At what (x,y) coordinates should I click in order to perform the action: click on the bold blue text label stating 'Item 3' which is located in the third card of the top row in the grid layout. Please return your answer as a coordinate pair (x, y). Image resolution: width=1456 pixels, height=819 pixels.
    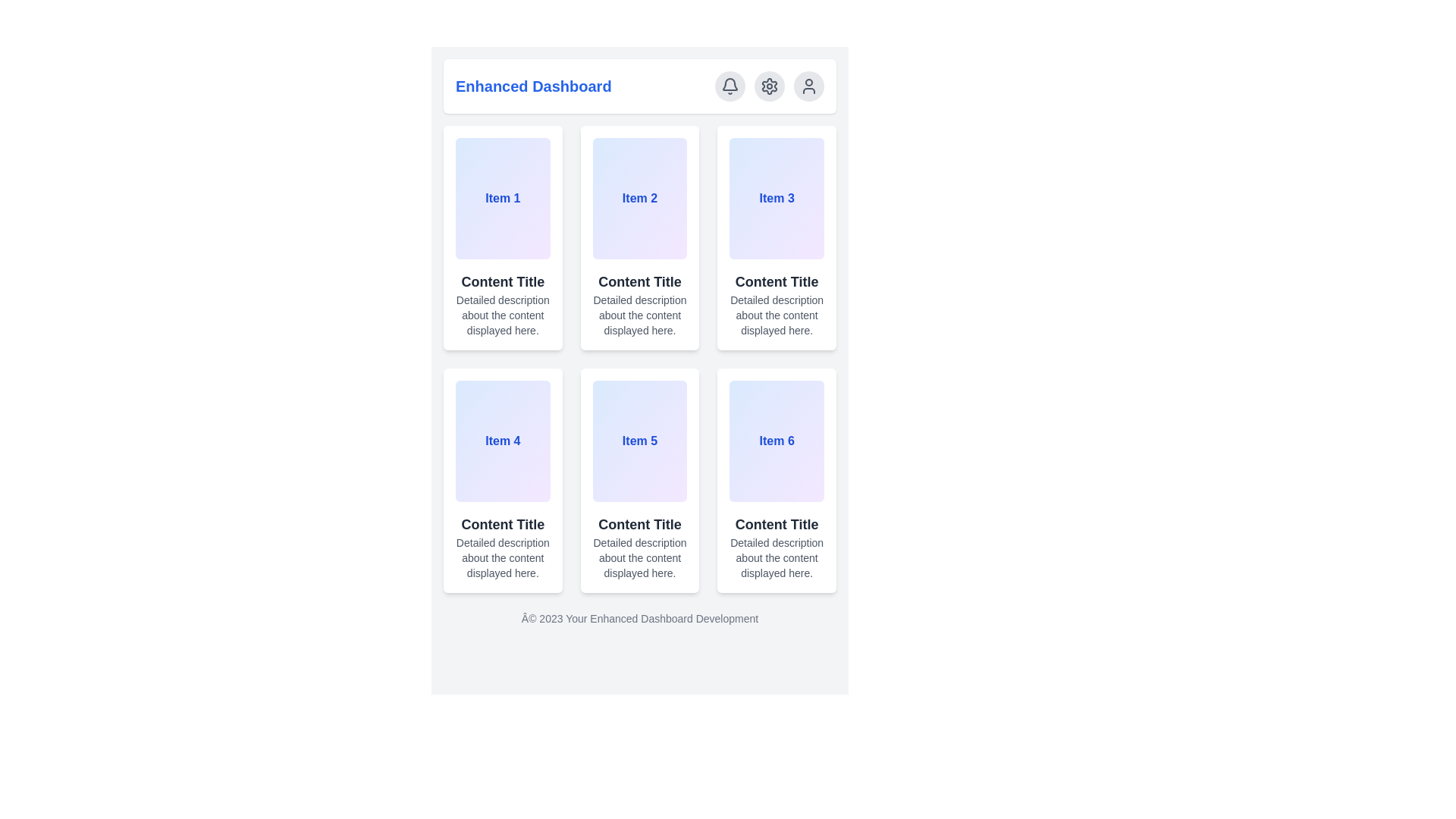
    Looking at the image, I should click on (777, 198).